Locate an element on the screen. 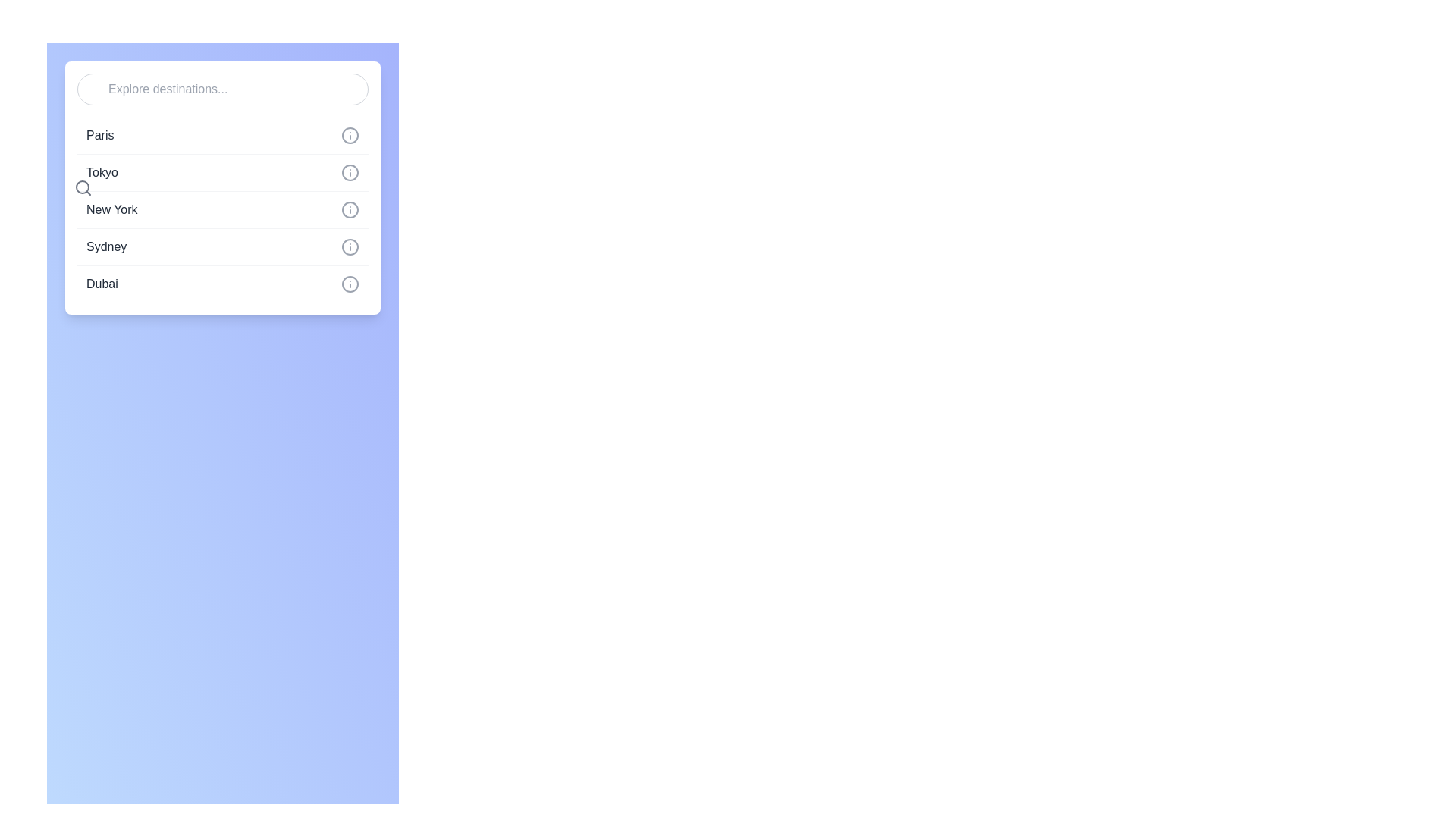 This screenshot has height=819, width=1456. the Circle SVG graphical element located to the left of the text 'Tokyo' within the interactive list interface is located at coordinates (82, 186).